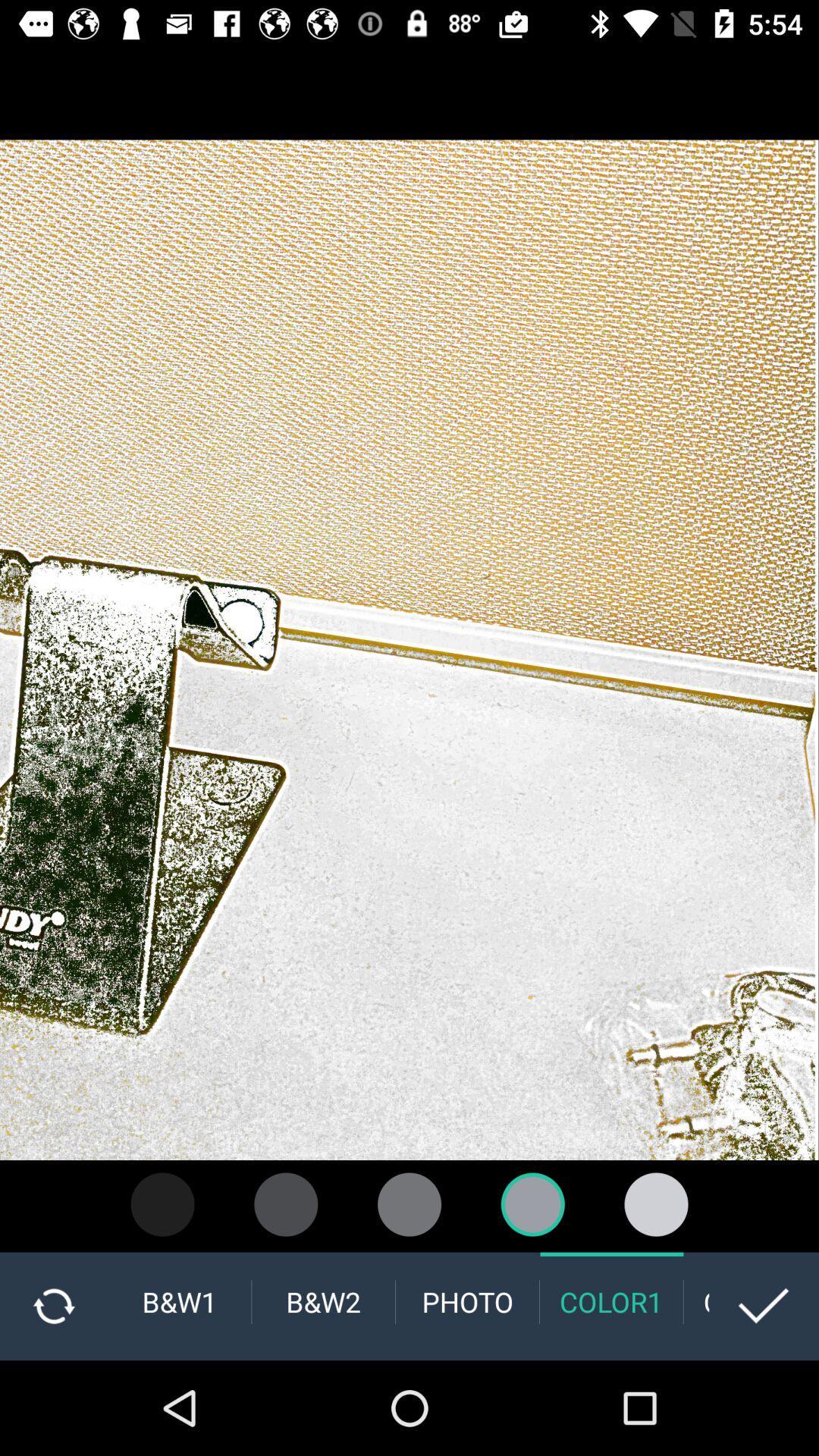 The image size is (819, 1456). I want to click on photo, so click(466, 1301).